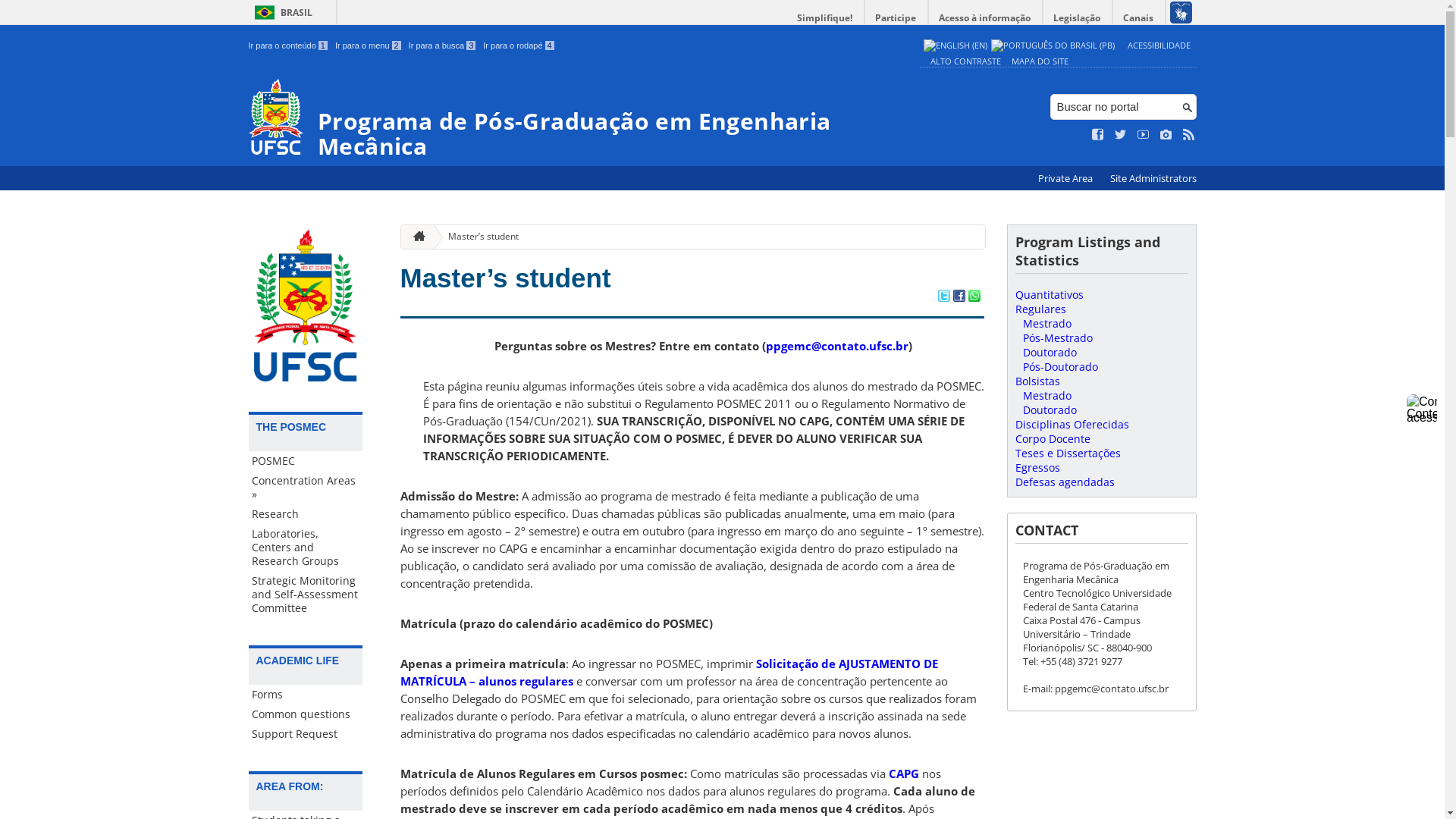  I want to click on 'Mestrado', so click(1046, 394).